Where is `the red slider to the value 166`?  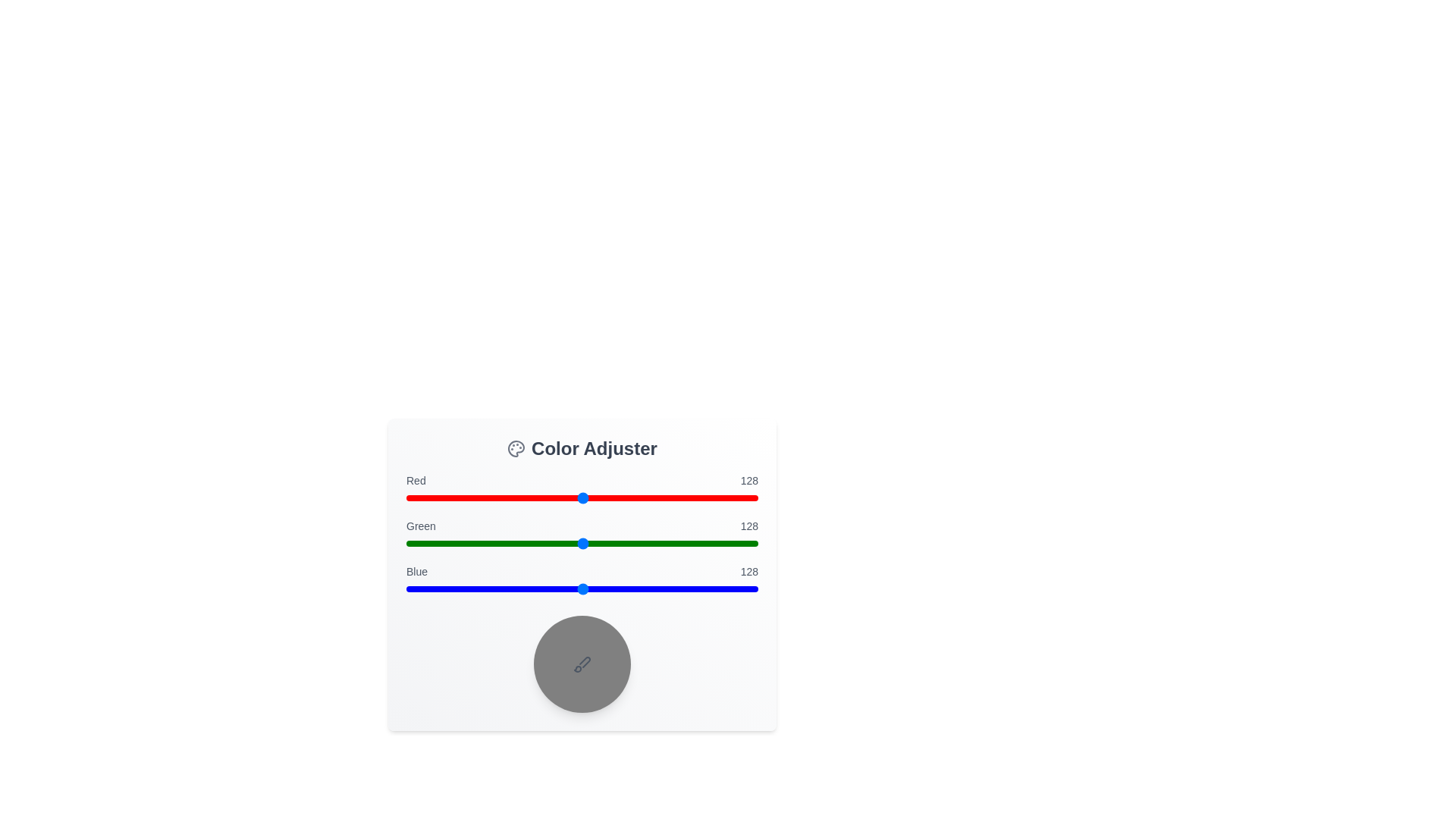
the red slider to the value 166 is located at coordinates (635, 497).